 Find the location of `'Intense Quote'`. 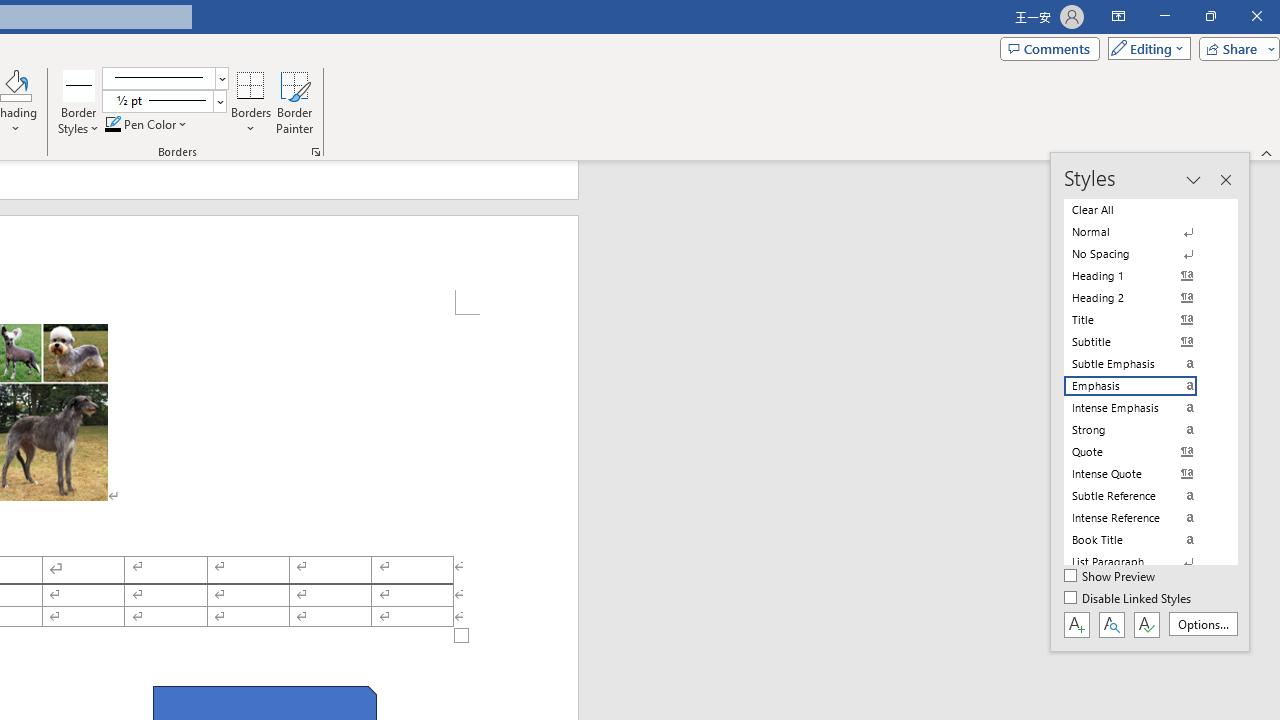

'Intense Quote' is located at coordinates (1142, 474).